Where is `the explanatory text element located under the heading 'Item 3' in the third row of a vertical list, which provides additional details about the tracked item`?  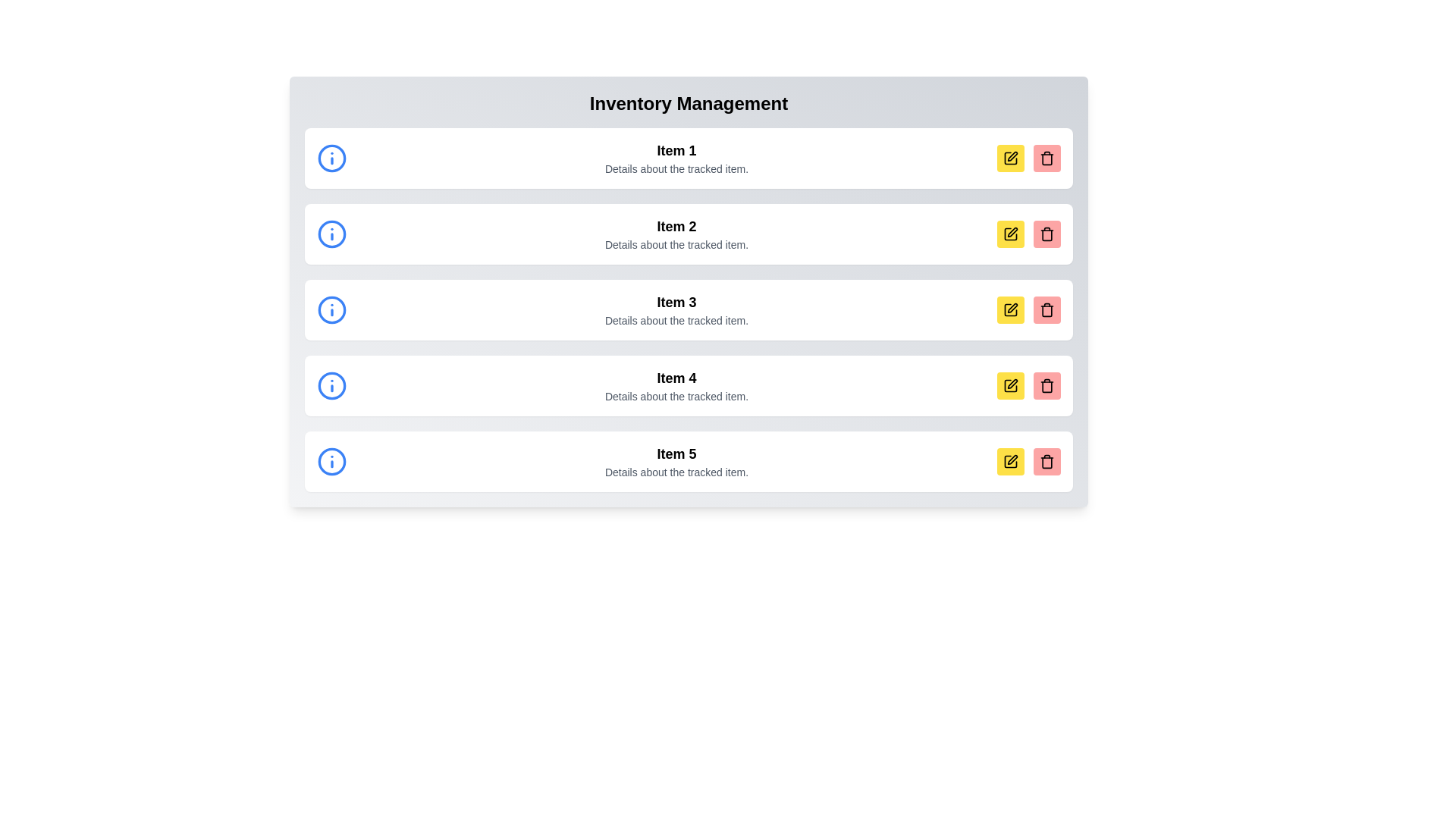 the explanatory text element located under the heading 'Item 3' in the third row of a vertical list, which provides additional details about the tracked item is located at coordinates (676, 320).